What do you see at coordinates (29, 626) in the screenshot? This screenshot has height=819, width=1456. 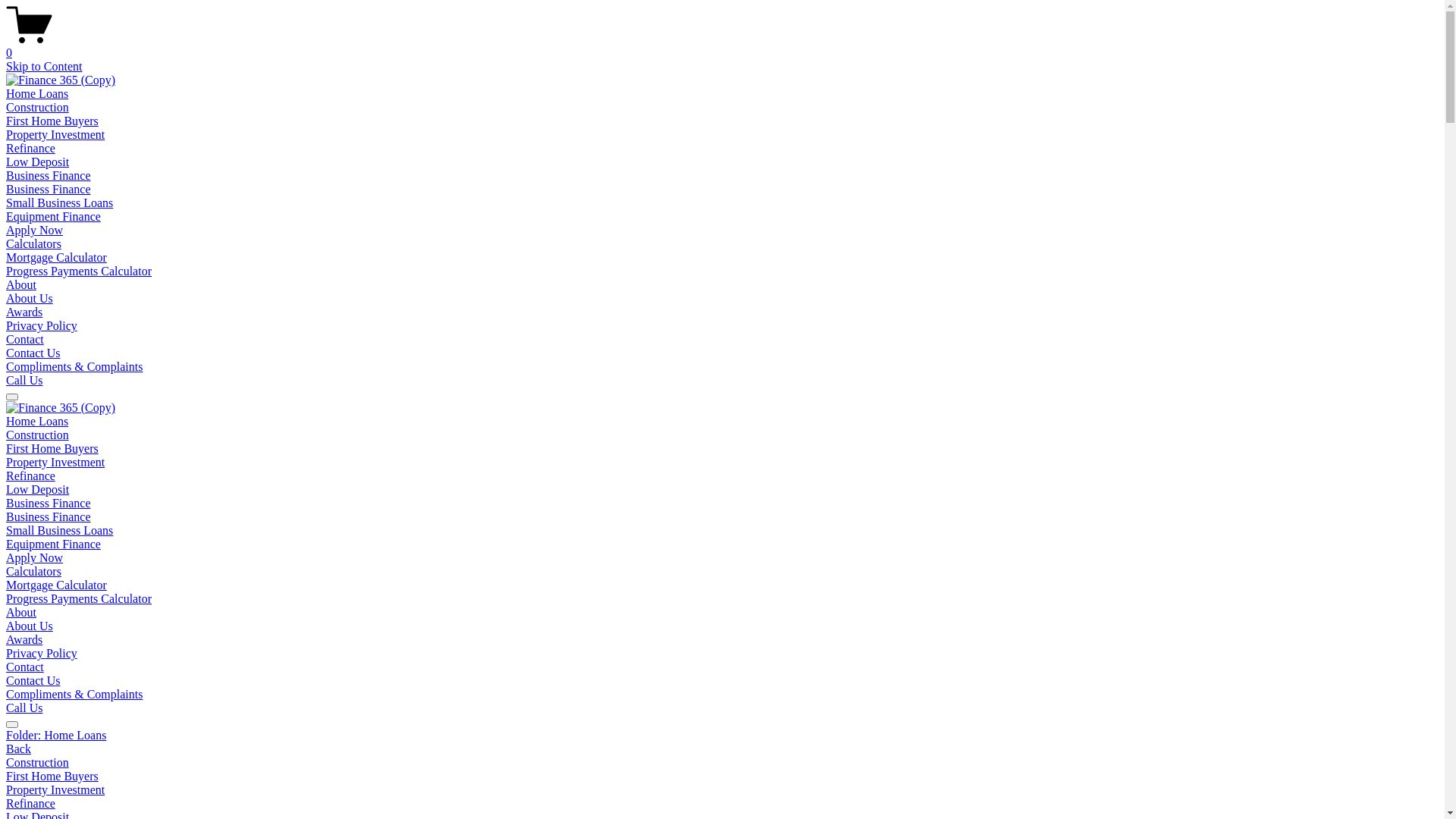 I see `'About Us'` at bounding box center [29, 626].